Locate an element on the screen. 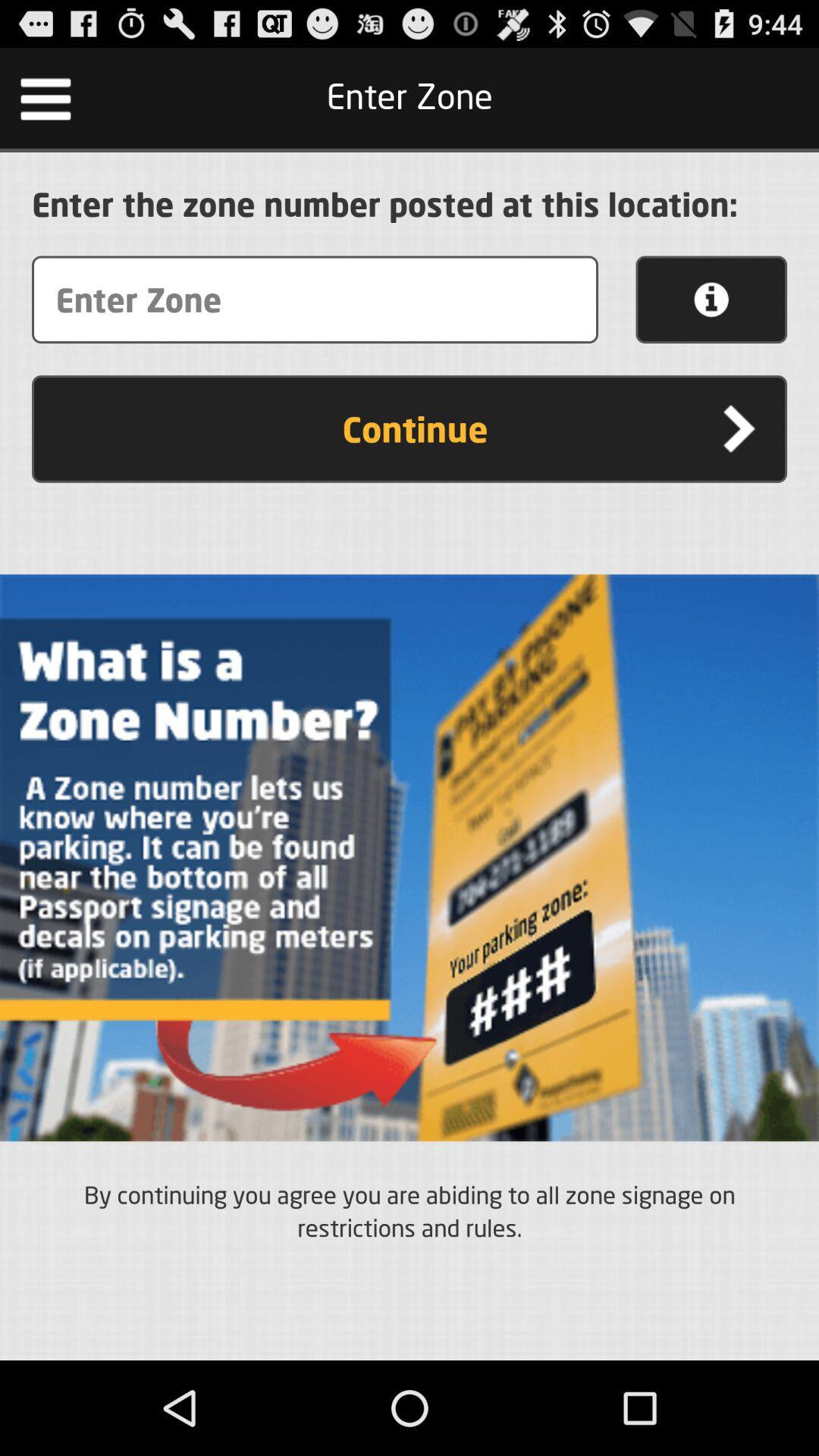 Image resolution: width=819 pixels, height=1456 pixels. the item below the enter the zone icon is located at coordinates (711, 300).